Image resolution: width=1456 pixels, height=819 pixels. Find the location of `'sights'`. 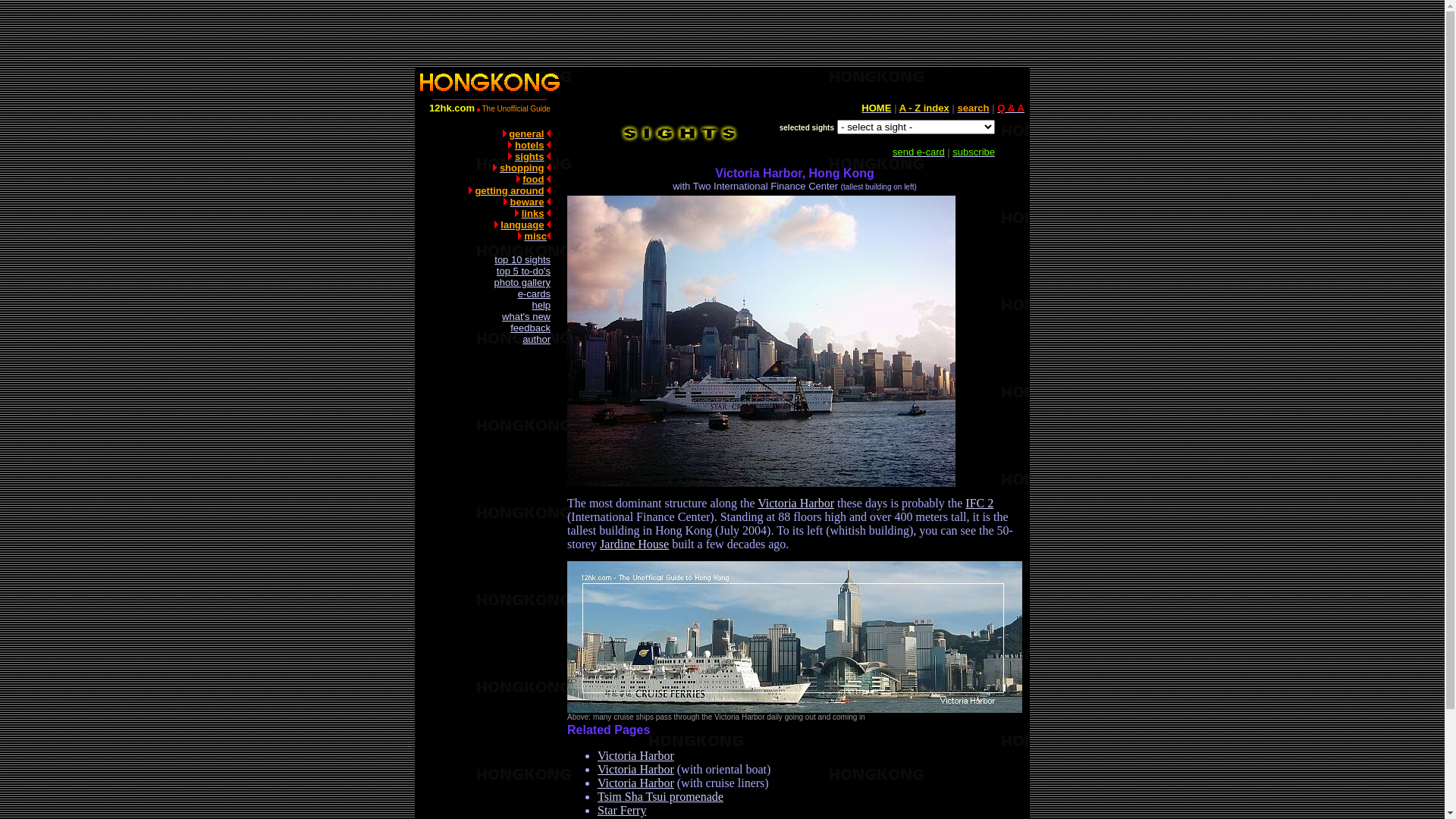

'sights' is located at coordinates (529, 156).